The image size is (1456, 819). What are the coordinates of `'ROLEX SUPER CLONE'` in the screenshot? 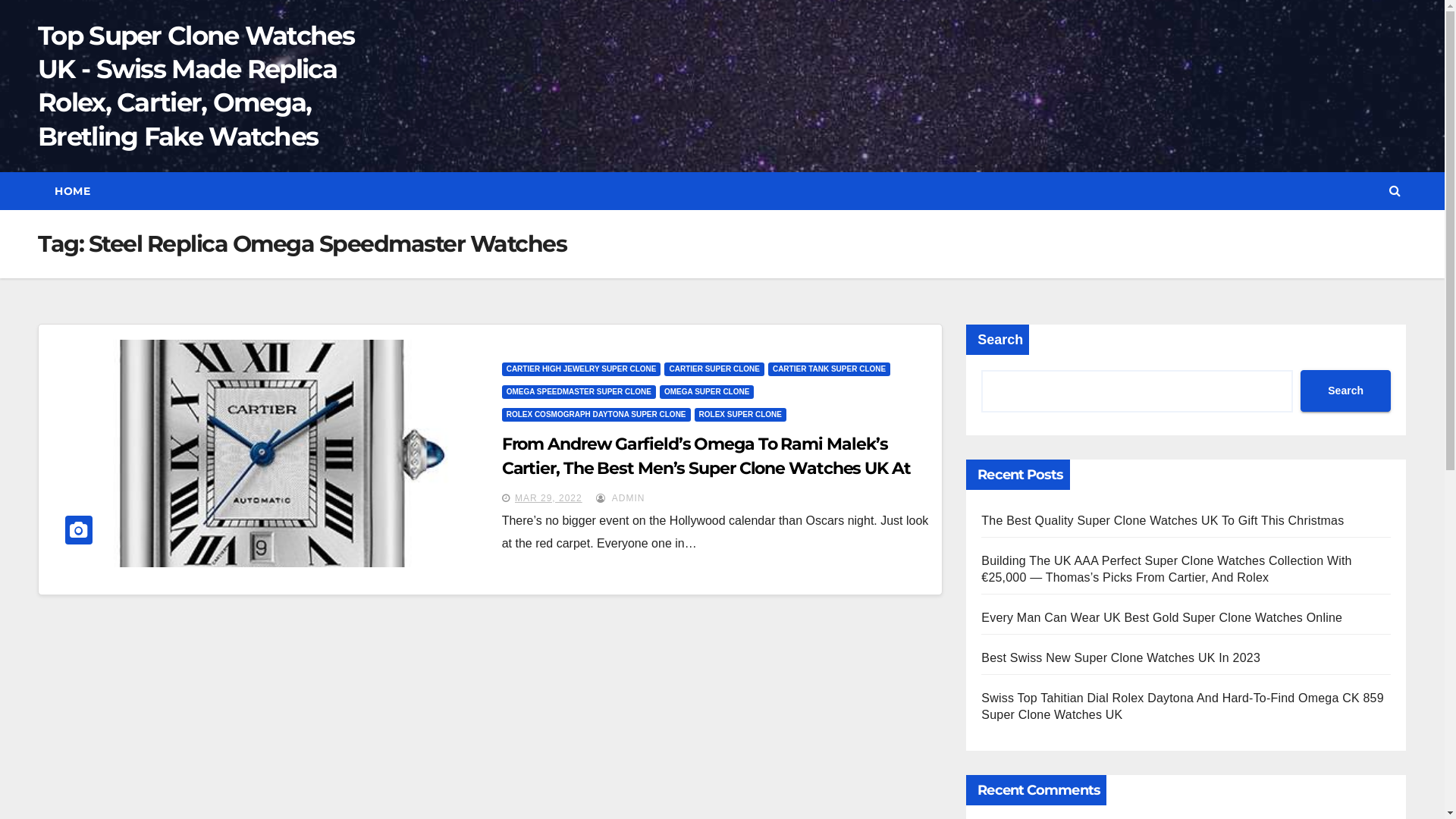 It's located at (740, 415).